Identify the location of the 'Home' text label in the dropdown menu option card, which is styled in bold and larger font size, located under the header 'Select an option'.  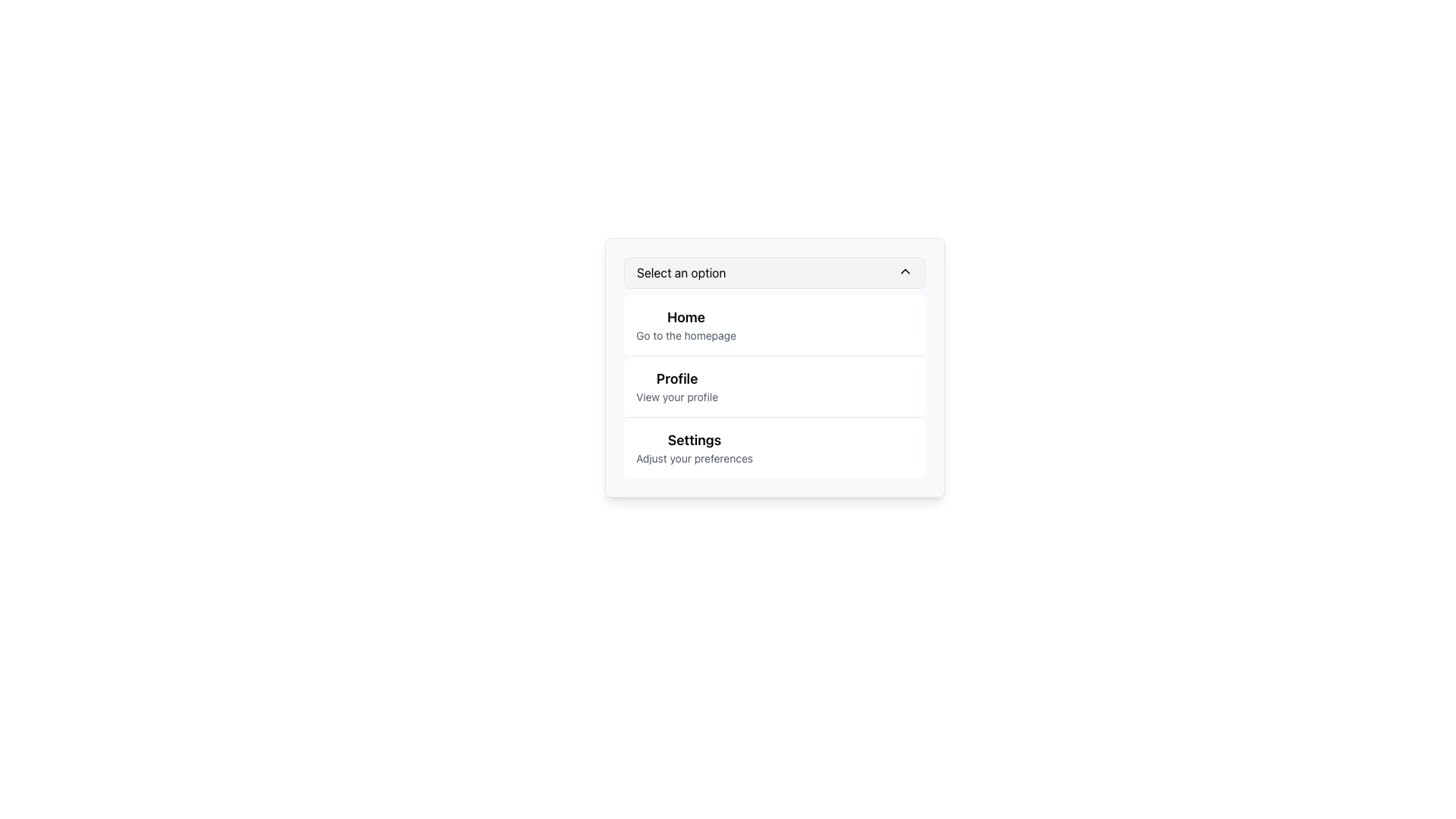
(685, 317).